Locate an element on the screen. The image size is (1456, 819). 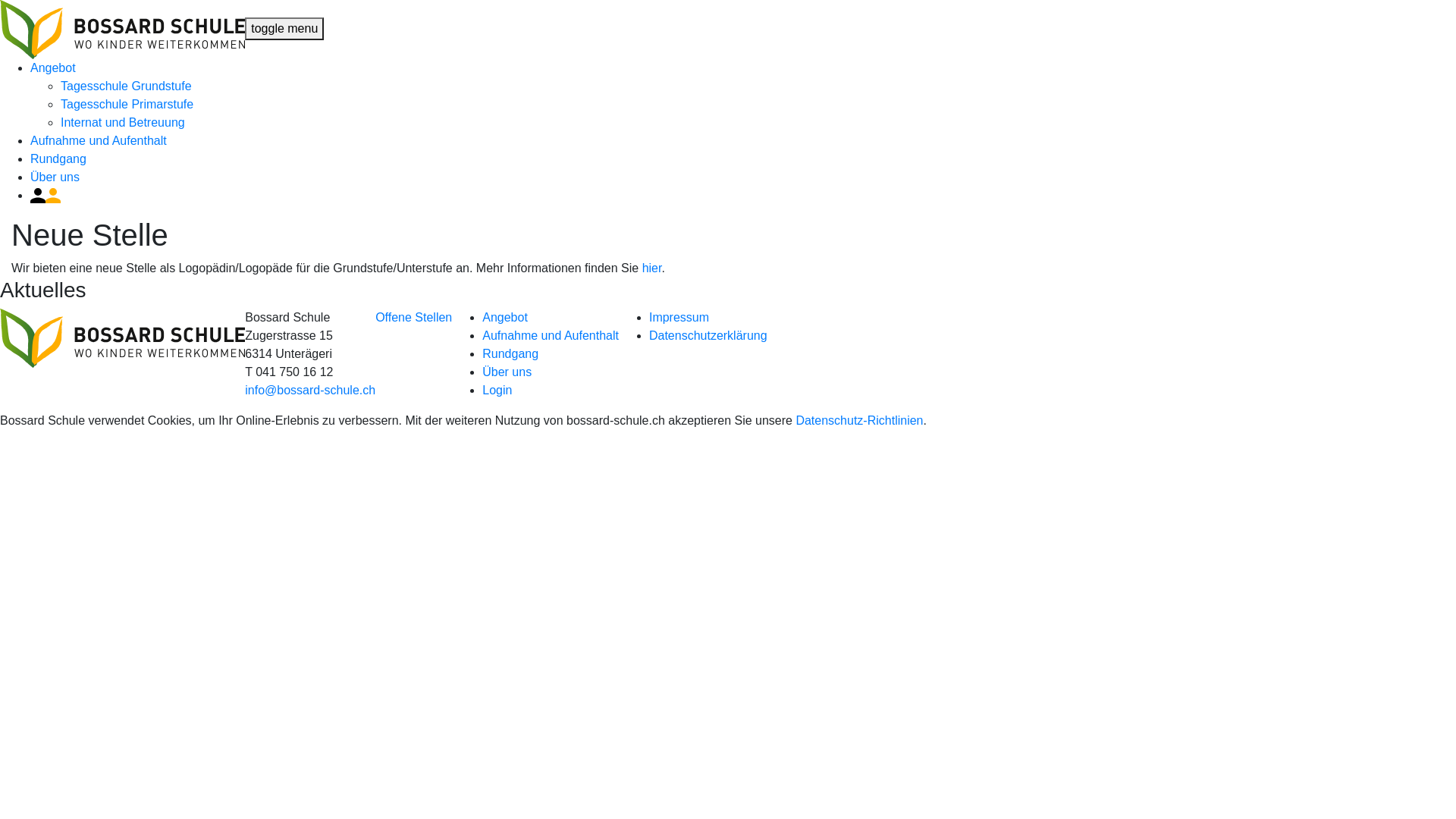
'Aufnahme und Aufenthalt' is located at coordinates (549, 334).